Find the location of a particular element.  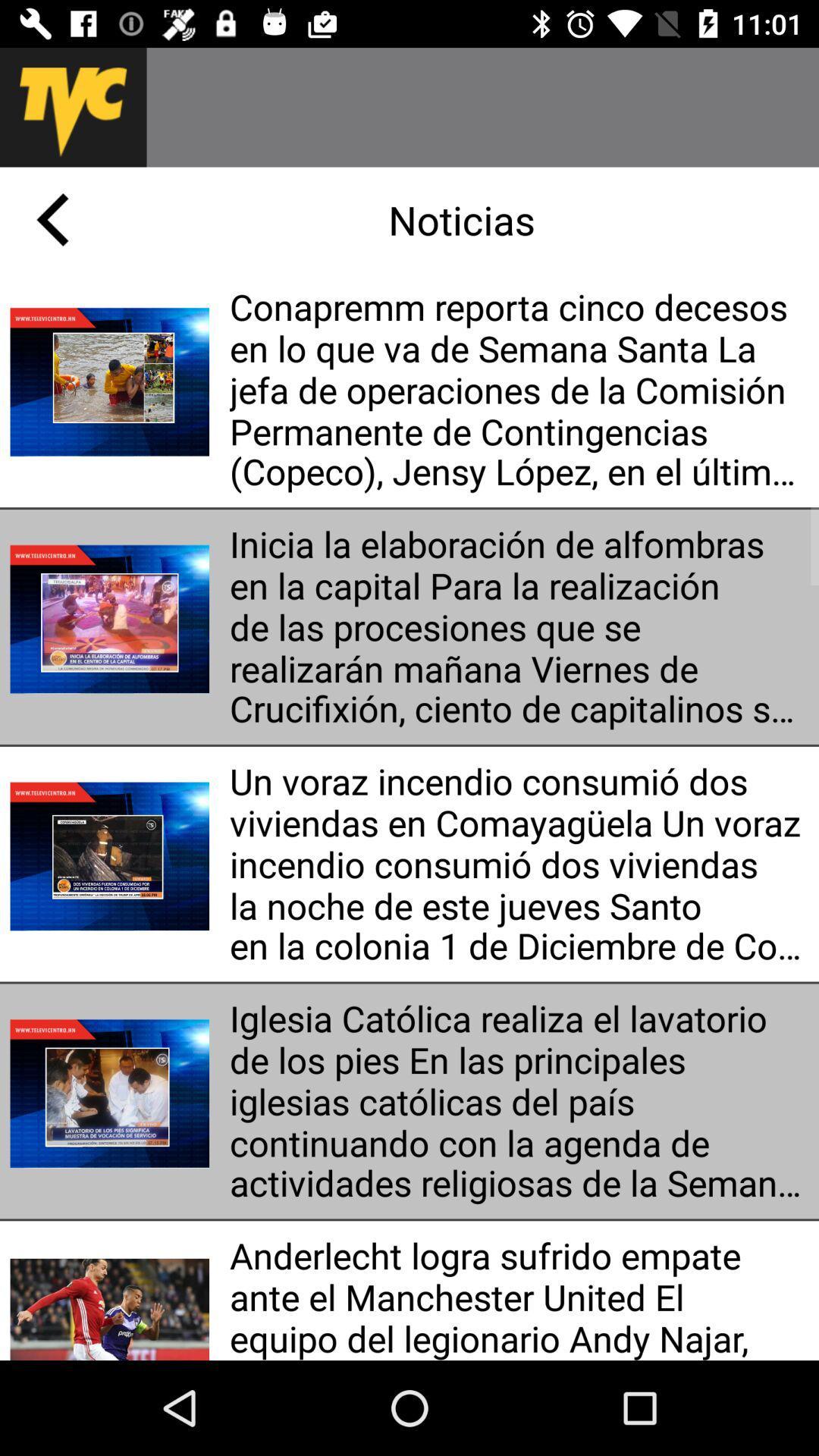

item above the anderlecht logra sufrido is located at coordinates (518, 1101).